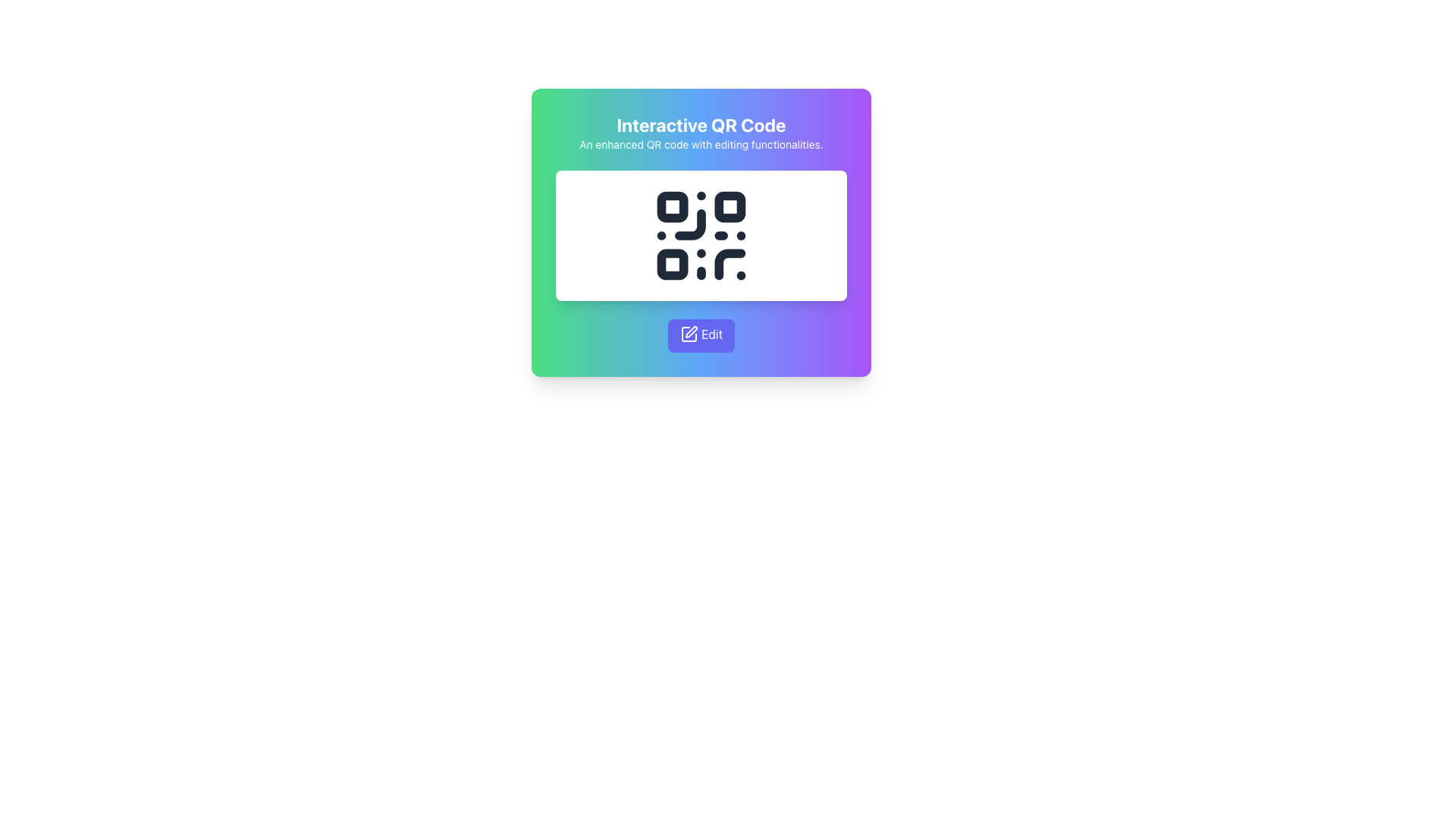 This screenshot has height=819, width=1456. I want to click on the rectangular purple button labeled 'Edit' with a pen icon, so click(701, 335).